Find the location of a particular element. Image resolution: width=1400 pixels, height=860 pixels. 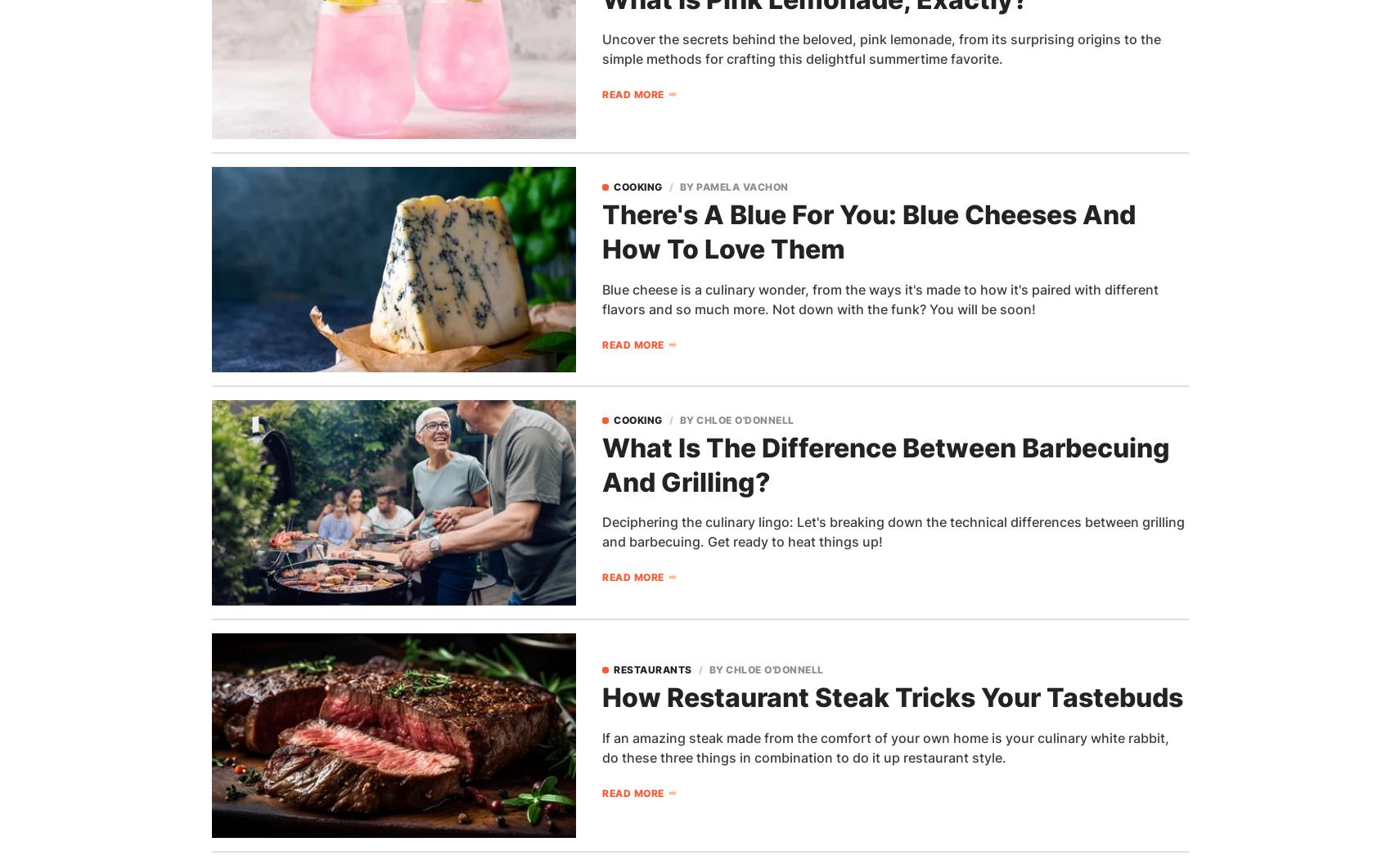

'There's A Blue For You: Blue Cheeses And How To Love Them' is located at coordinates (869, 232).